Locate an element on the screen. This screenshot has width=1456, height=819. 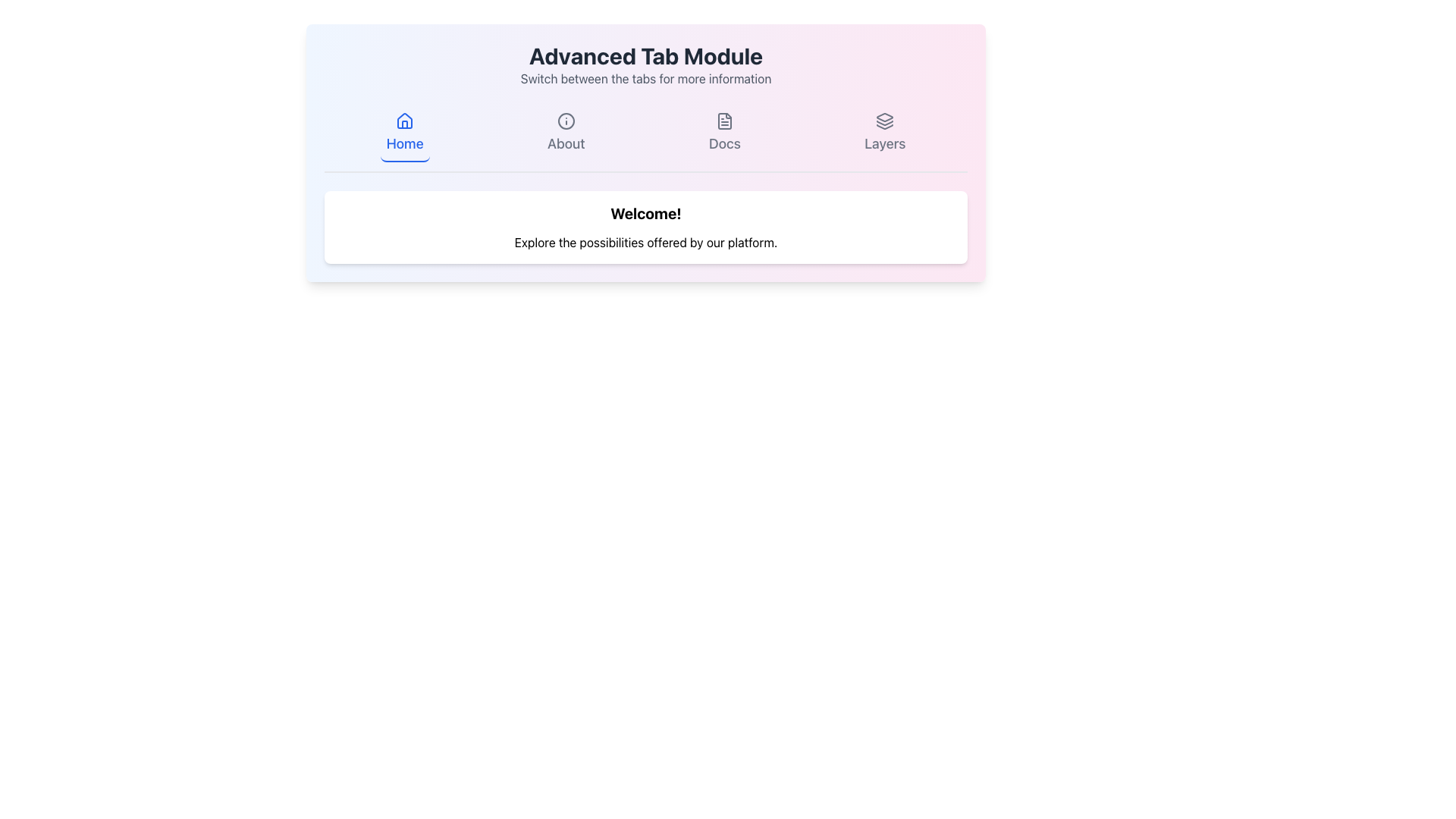
the file icon located under the 'Docs' label in the navigation bar is located at coordinates (723, 120).